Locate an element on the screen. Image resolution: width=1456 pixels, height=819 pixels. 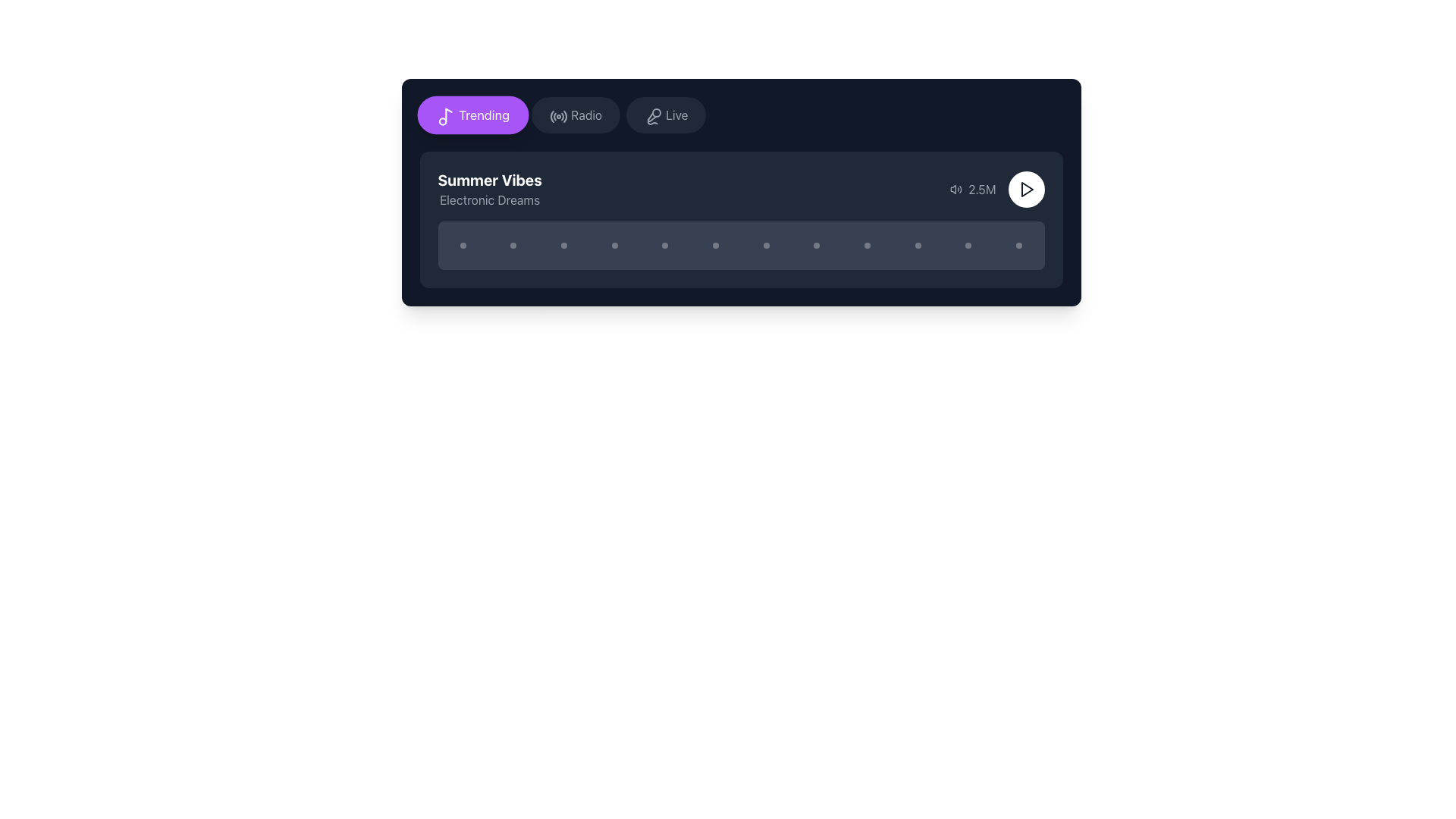
the microphone-shaped icon represented by a diagonal line with a curved bottom, located in the top-right section of the 'Live' button group in the navigation bar is located at coordinates (652, 116).